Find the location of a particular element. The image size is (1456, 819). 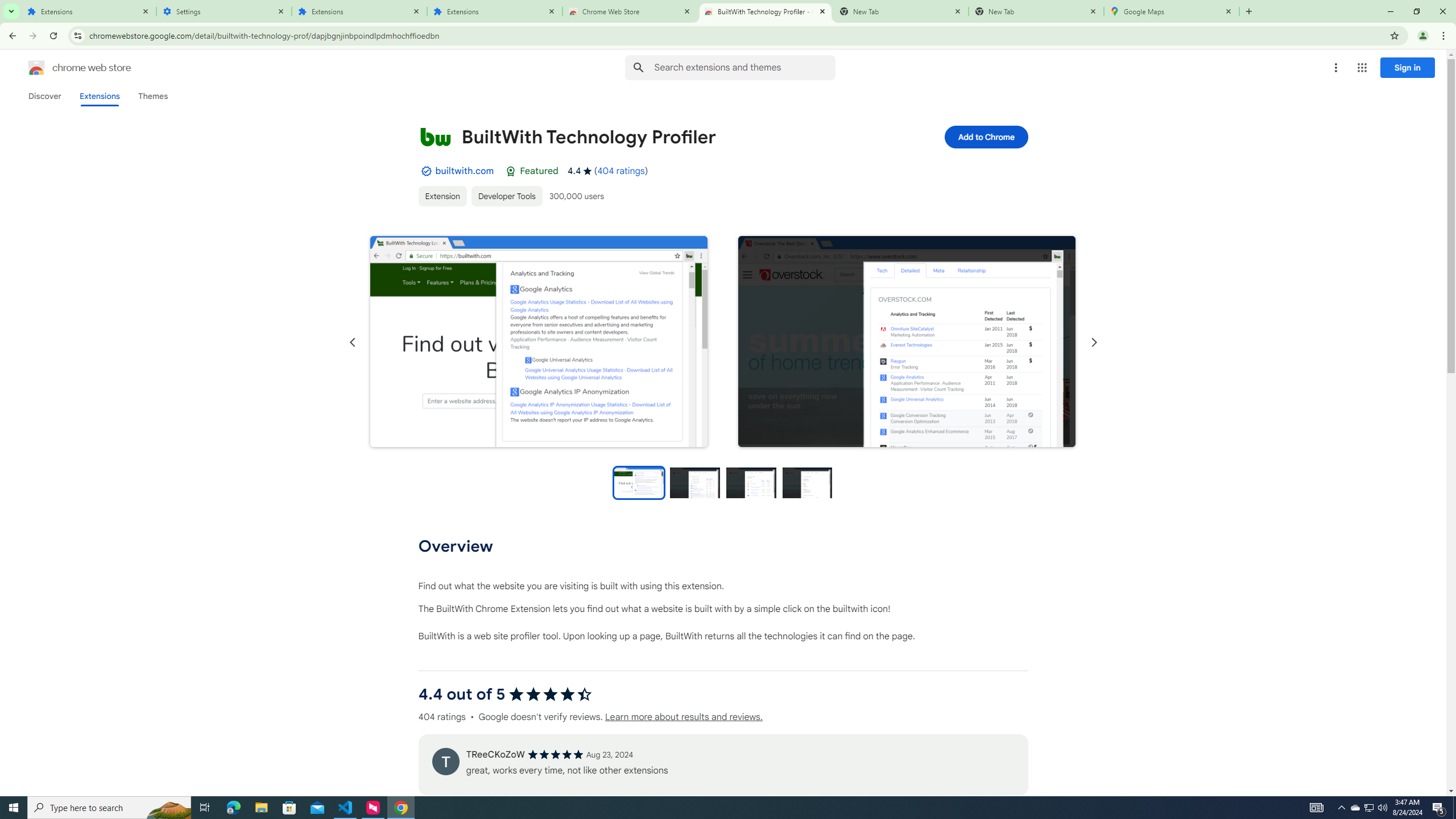

'Extension' is located at coordinates (442, 196).